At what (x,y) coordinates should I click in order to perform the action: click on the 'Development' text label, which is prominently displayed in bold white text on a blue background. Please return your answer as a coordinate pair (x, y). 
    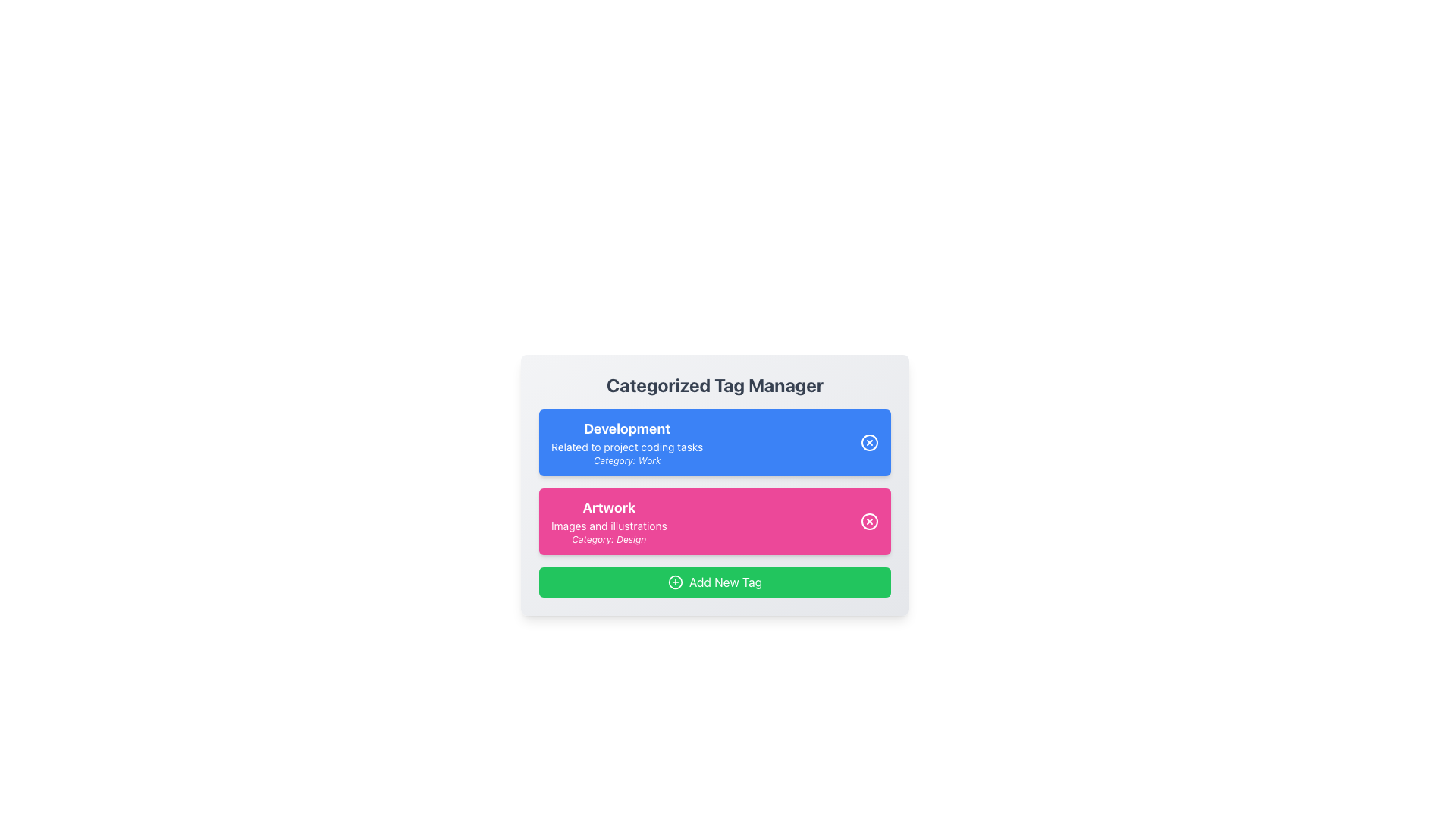
    Looking at the image, I should click on (627, 429).